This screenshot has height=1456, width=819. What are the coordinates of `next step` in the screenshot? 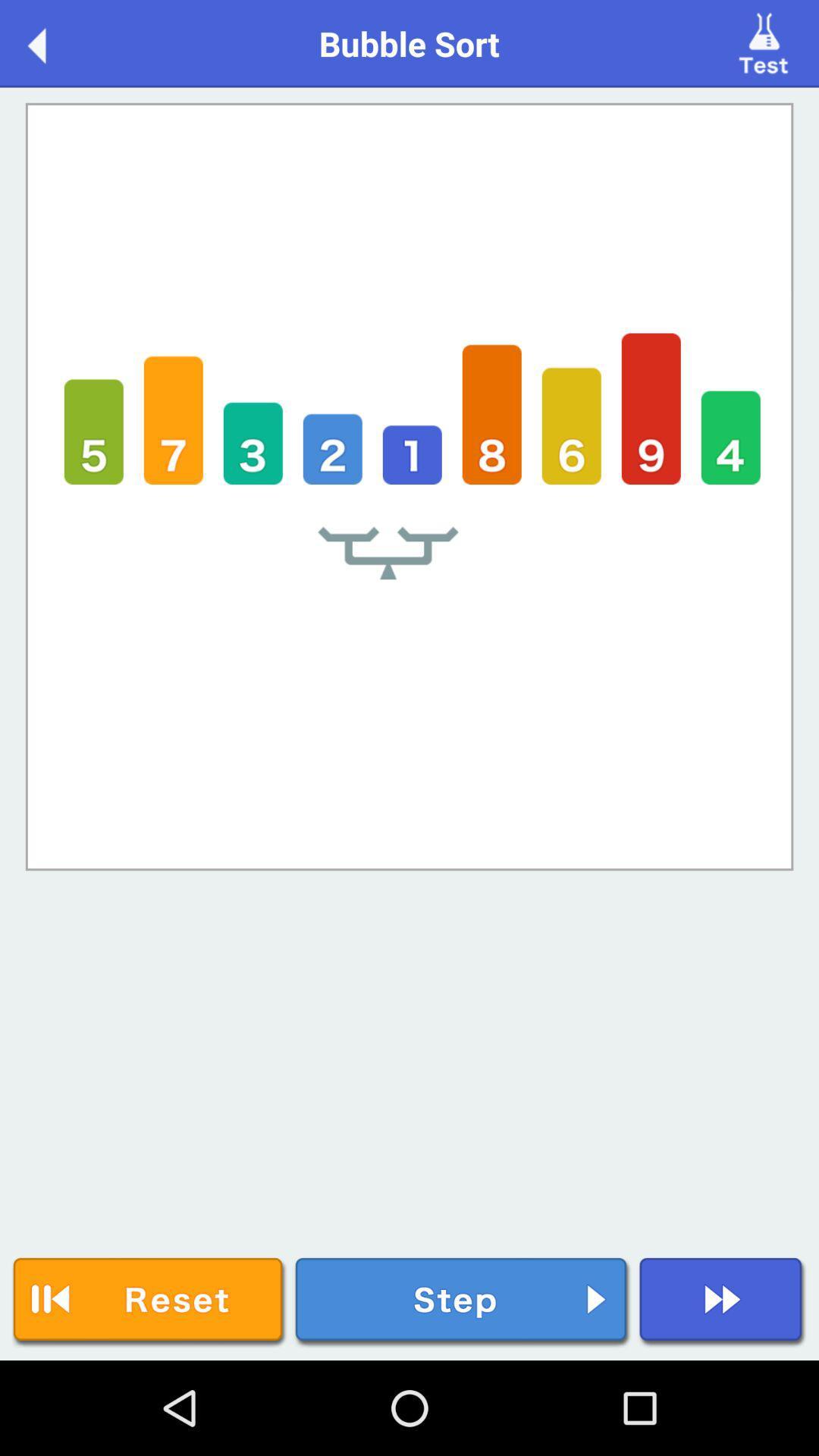 It's located at (462, 1301).